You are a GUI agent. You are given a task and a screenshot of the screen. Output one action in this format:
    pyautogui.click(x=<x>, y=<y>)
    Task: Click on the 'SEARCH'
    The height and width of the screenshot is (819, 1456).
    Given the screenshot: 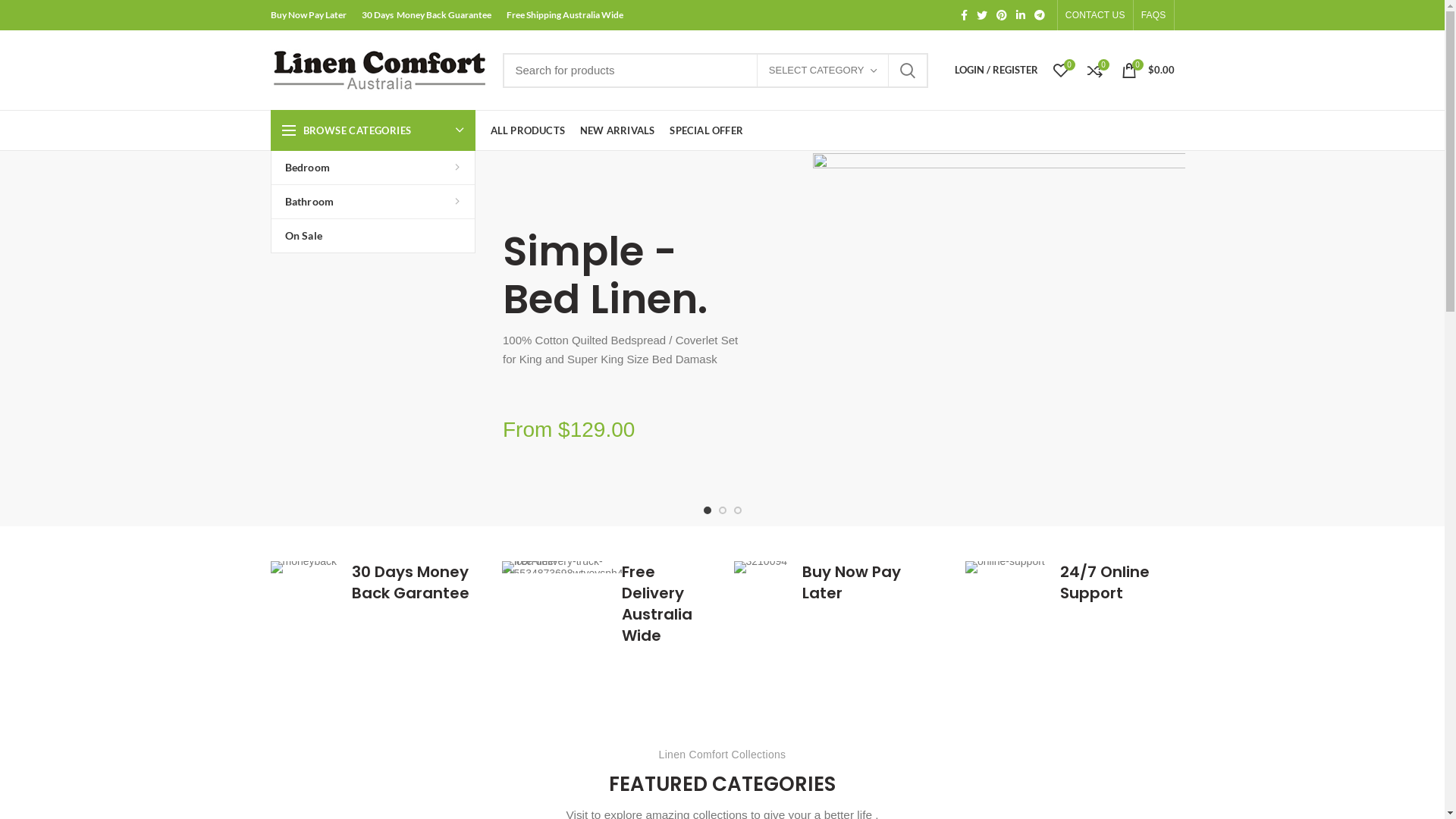 What is the action you would take?
    pyautogui.click(x=907, y=70)
    